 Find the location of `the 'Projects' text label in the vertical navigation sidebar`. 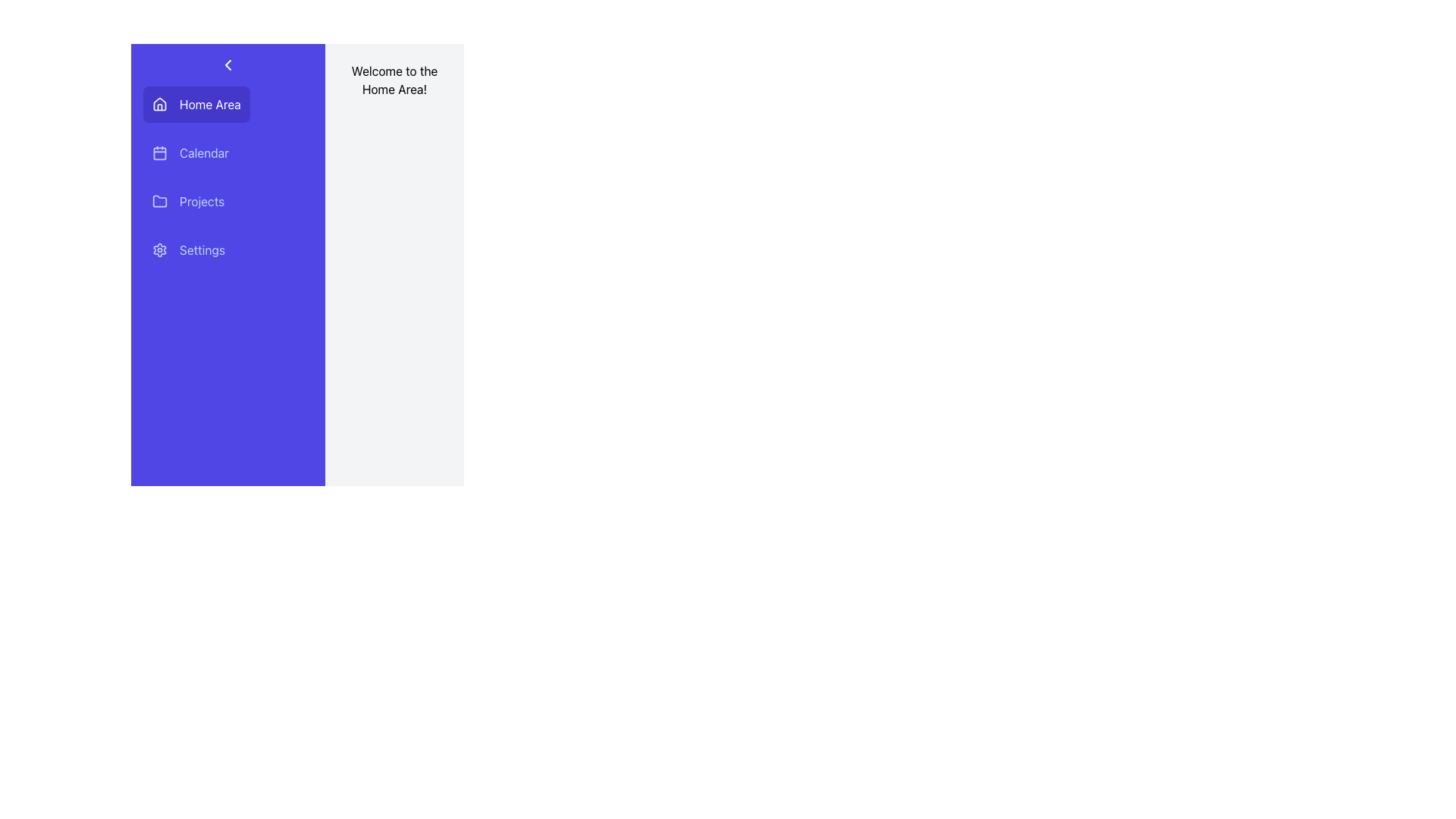

the 'Projects' text label in the vertical navigation sidebar is located at coordinates (201, 201).